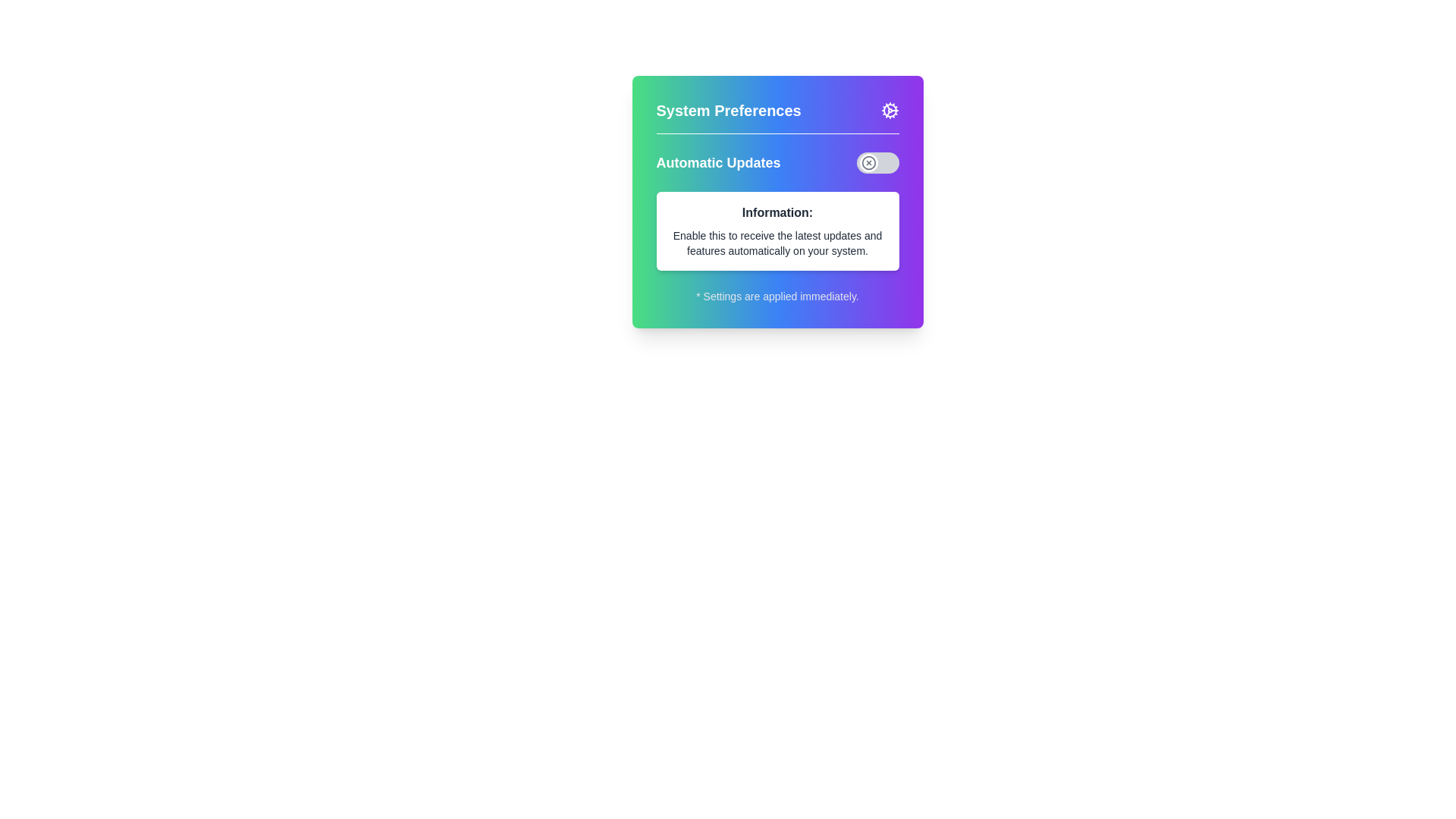 The image size is (1456, 819). Describe the element at coordinates (777, 296) in the screenshot. I see `the informational label indicating that the settings made are applied immediately, located below the 'Information:' section` at that location.